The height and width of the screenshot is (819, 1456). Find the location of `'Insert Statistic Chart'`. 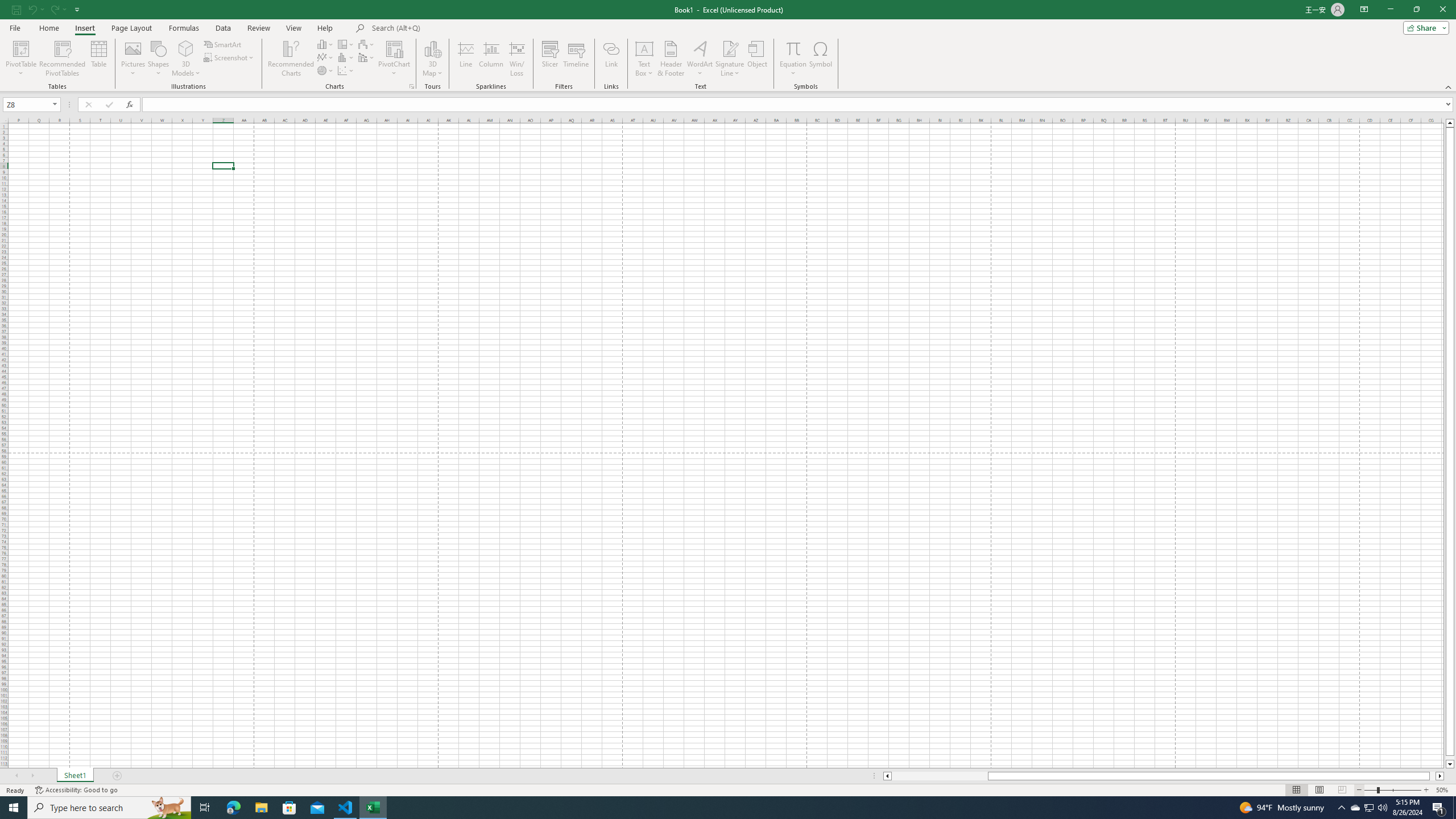

'Insert Statistic Chart' is located at coordinates (346, 56).